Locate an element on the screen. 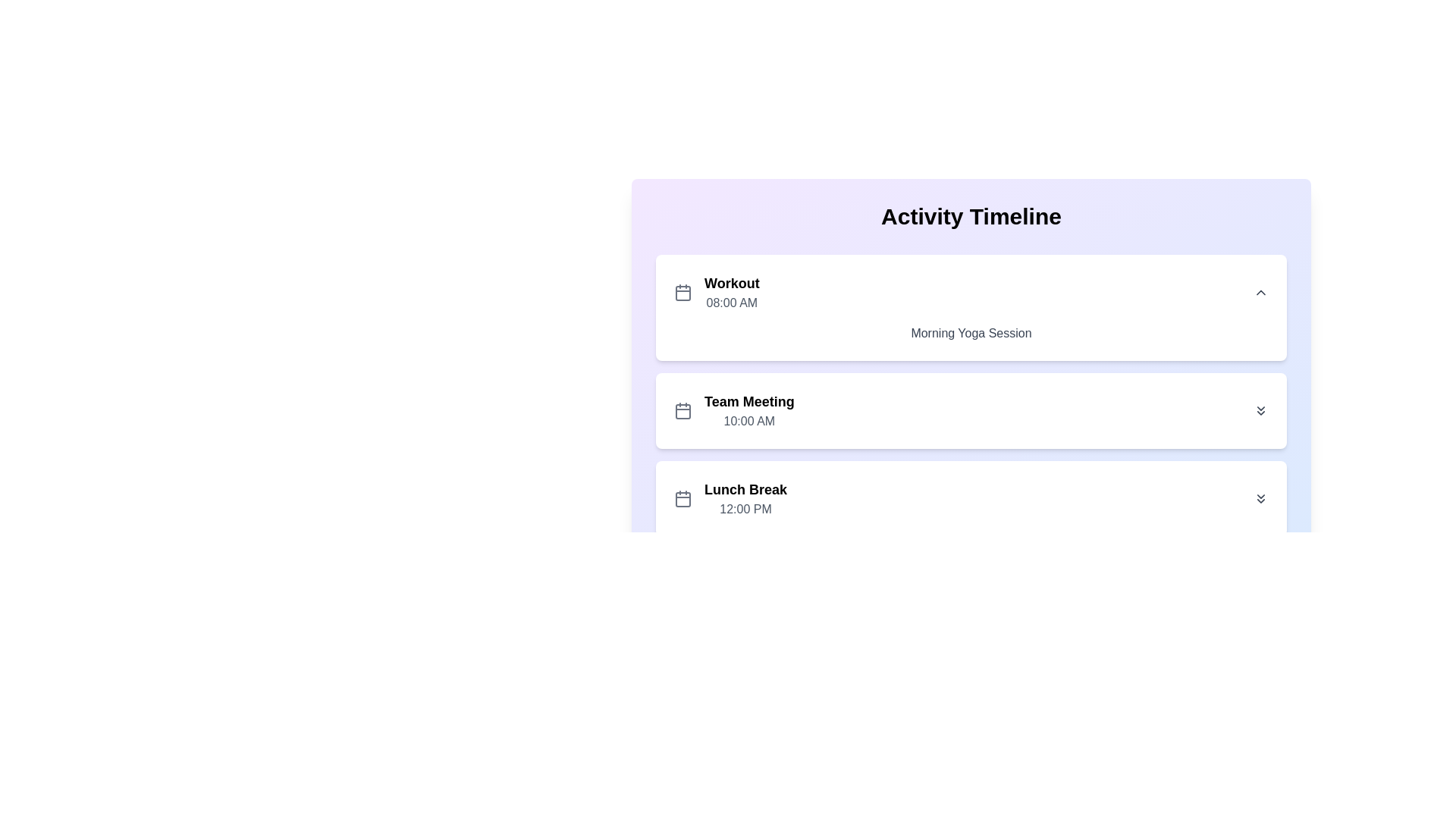 This screenshot has width=1456, height=819. the 'Workout' text element, which is bold and displays '08:00 AM' in a smaller gray font, located in the top left corner of the first activity card in the vertical timeline is located at coordinates (732, 292).